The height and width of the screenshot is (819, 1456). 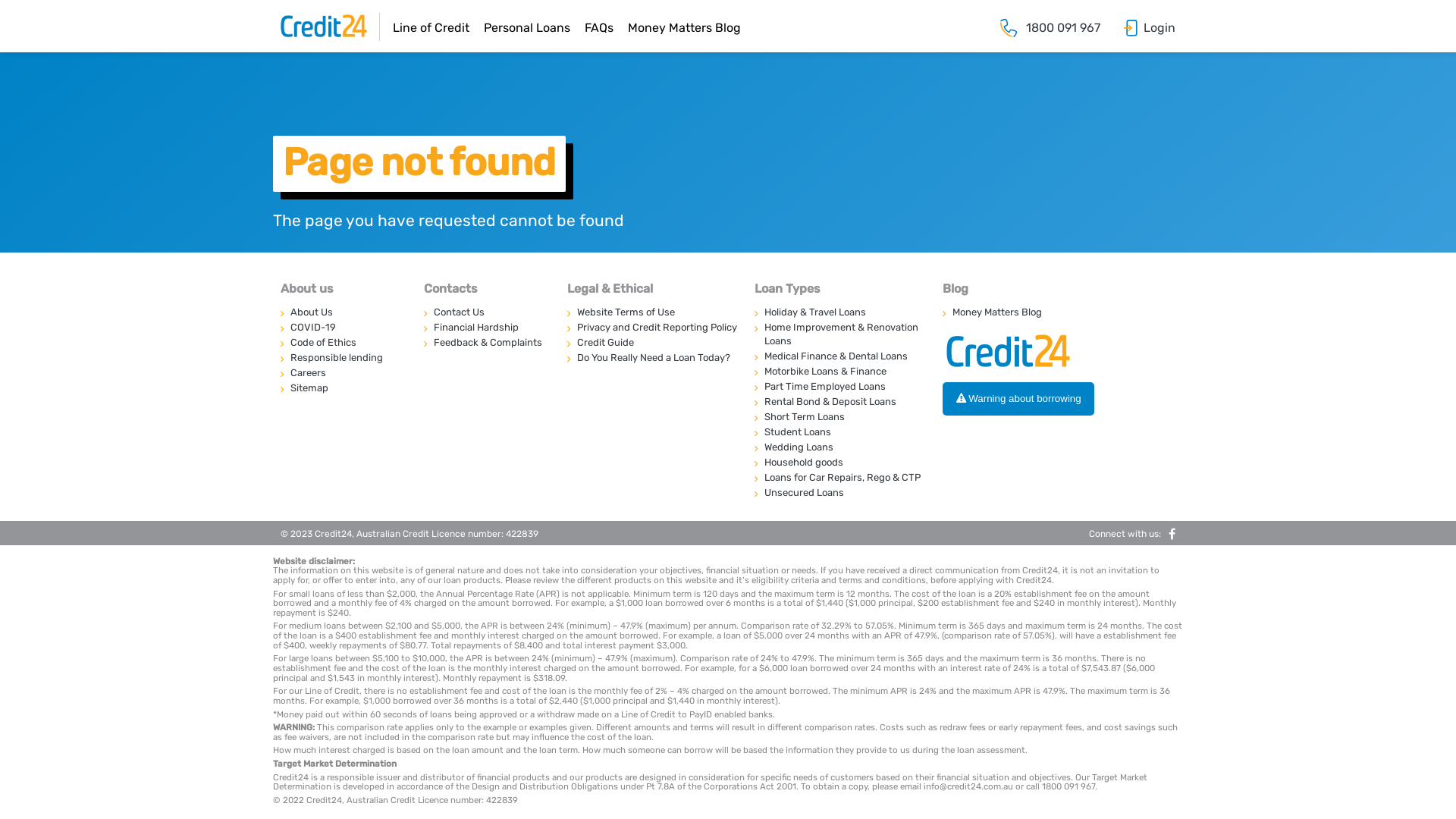 What do you see at coordinates (1026, 27) in the screenshot?
I see `'1800 091 967'` at bounding box center [1026, 27].